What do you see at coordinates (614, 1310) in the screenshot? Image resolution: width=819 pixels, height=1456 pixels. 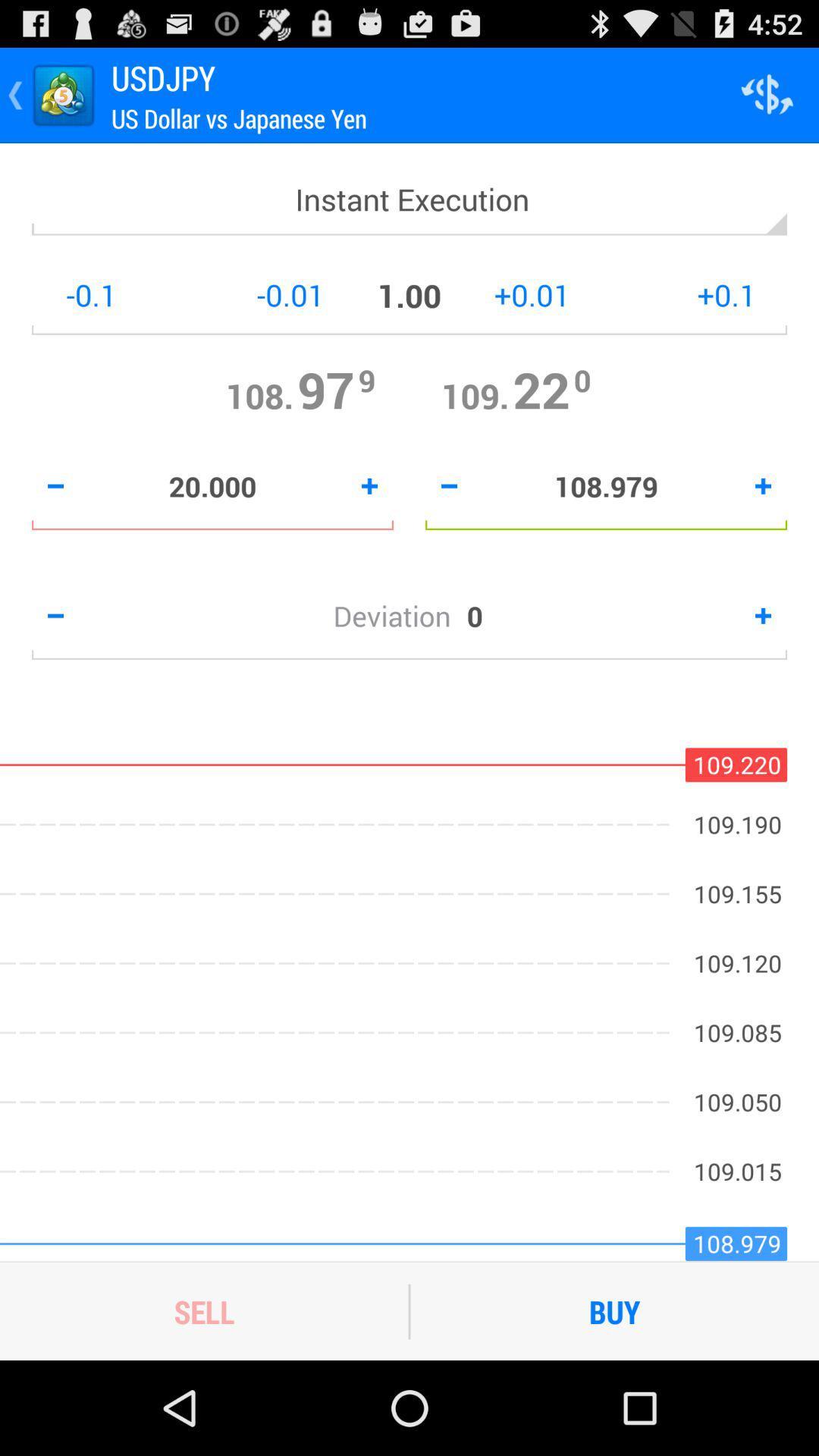 I see `the buy` at bounding box center [614, 1310].